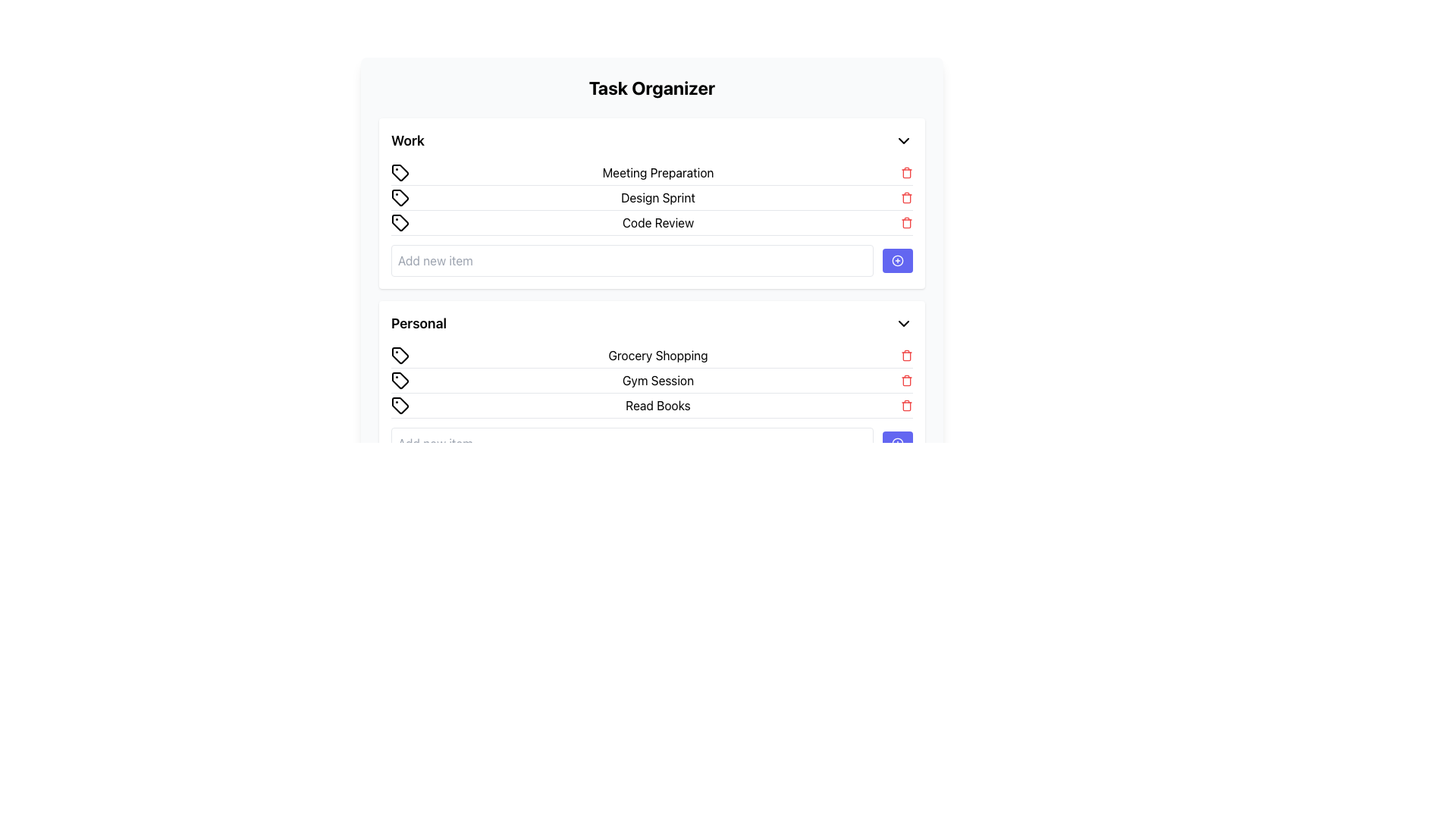  What do you see at coordinates (903, 323) in the screenshot?
I see `the dropdown icon located at the far-right end of the 'Personal' header row` at bounding box center [903, 323].